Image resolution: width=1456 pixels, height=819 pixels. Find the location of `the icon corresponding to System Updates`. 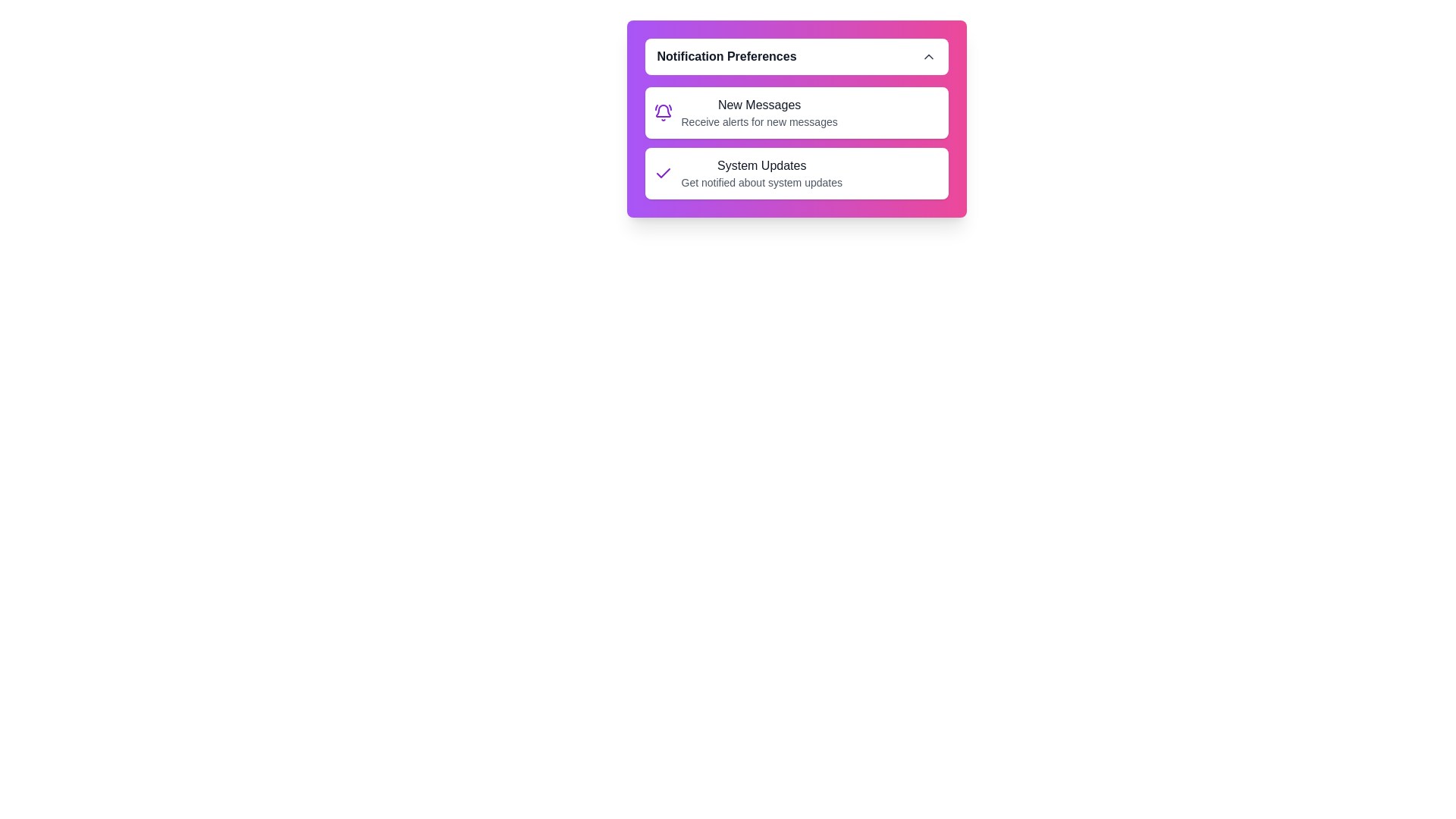

the icon corresponding to System Updates is located at coordinates (663, 172).